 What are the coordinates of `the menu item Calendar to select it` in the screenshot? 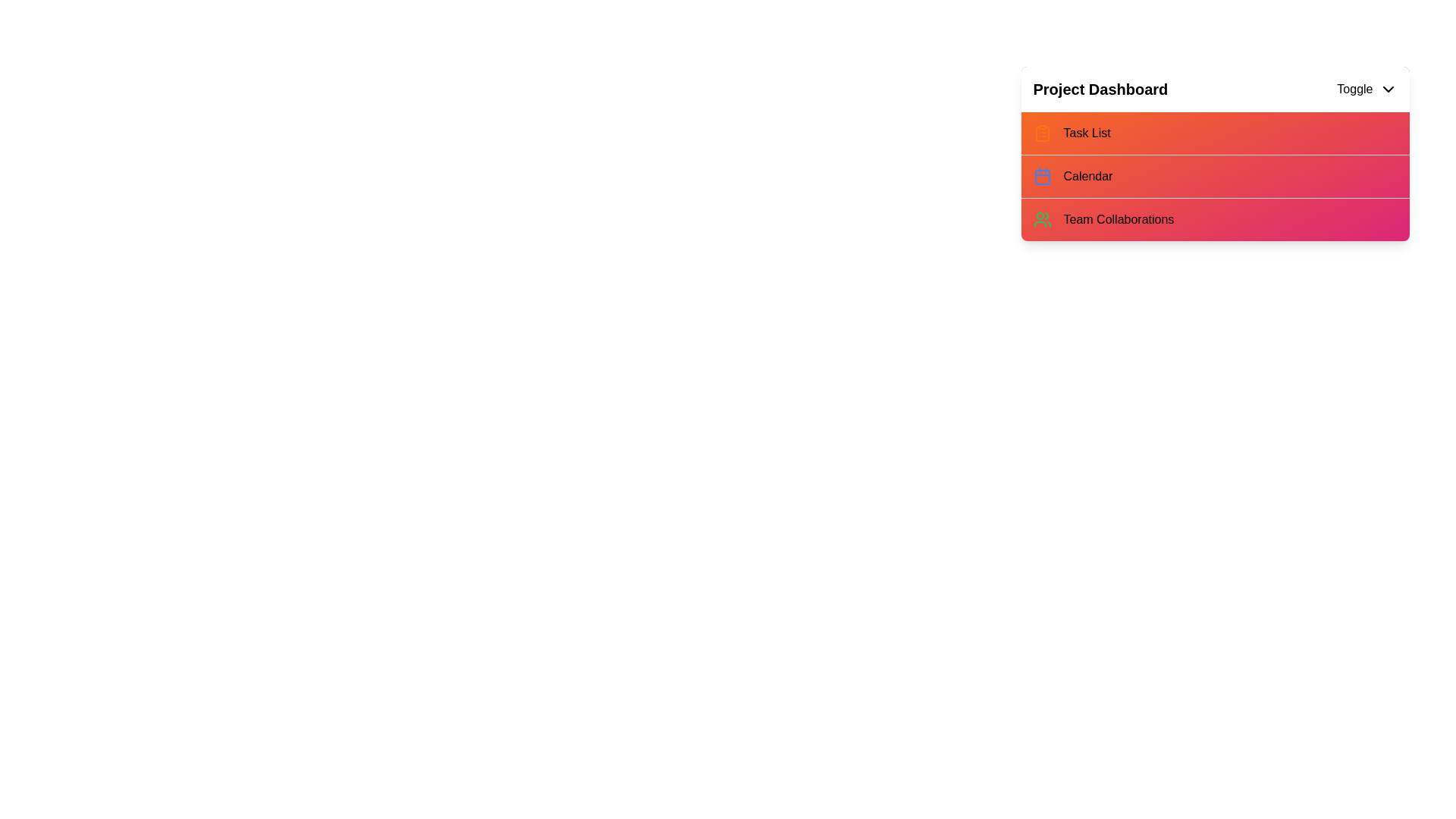 It's located at (1215, 175).